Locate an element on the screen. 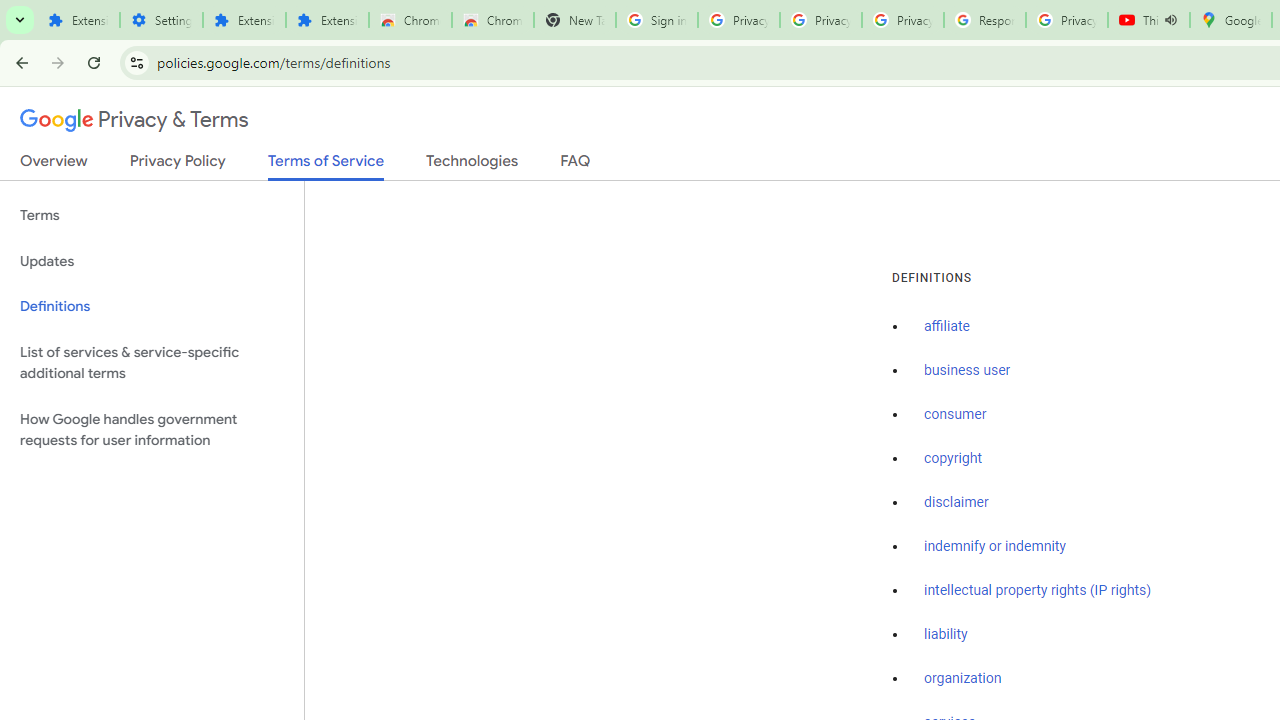  'Extensions' is located at coordinates (327, 20).